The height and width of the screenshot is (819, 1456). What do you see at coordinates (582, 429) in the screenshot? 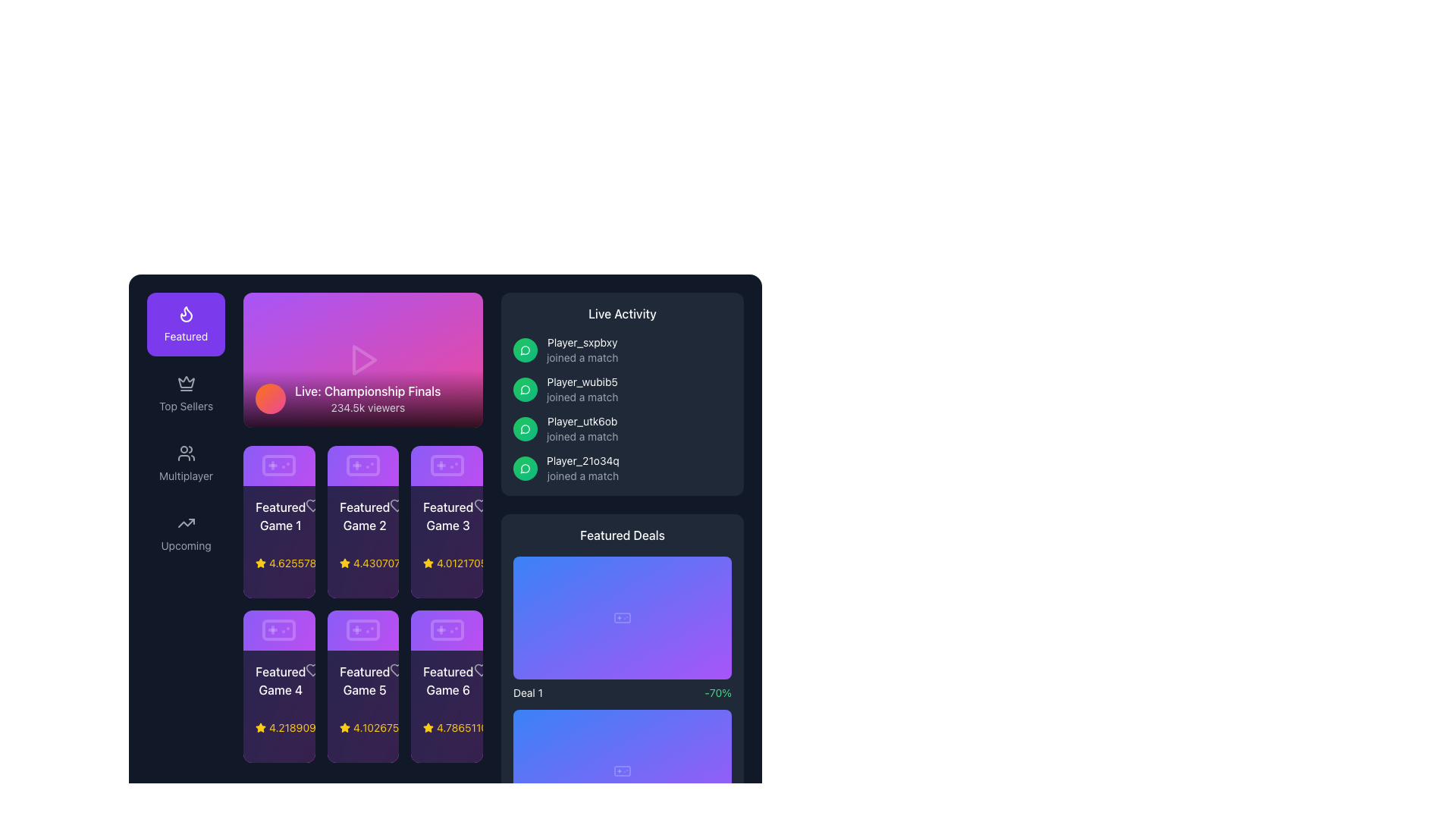
I see `displayed text in the Text Display Element indicating that 'Player_utk6ob' has joined a match, which is the third entry under the 'Live Activity' heading in the right panel` at bounding box center [582, 429].